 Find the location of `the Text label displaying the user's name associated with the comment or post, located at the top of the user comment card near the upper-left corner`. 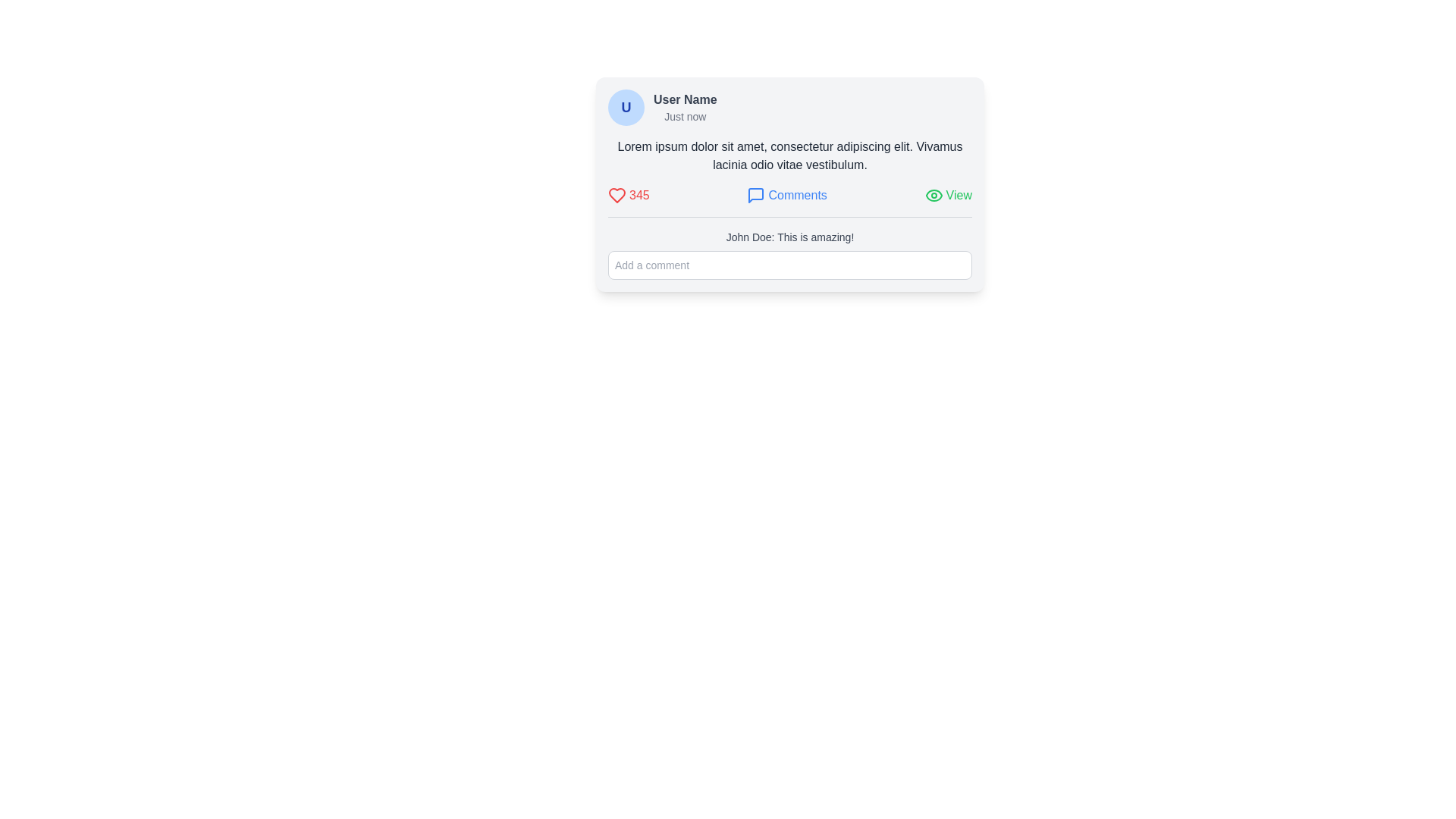

the Text label displaying the user's name associated with the comment or post, located at the top of the user comment card near the upper-left corner is located at coordinates (684, 99).